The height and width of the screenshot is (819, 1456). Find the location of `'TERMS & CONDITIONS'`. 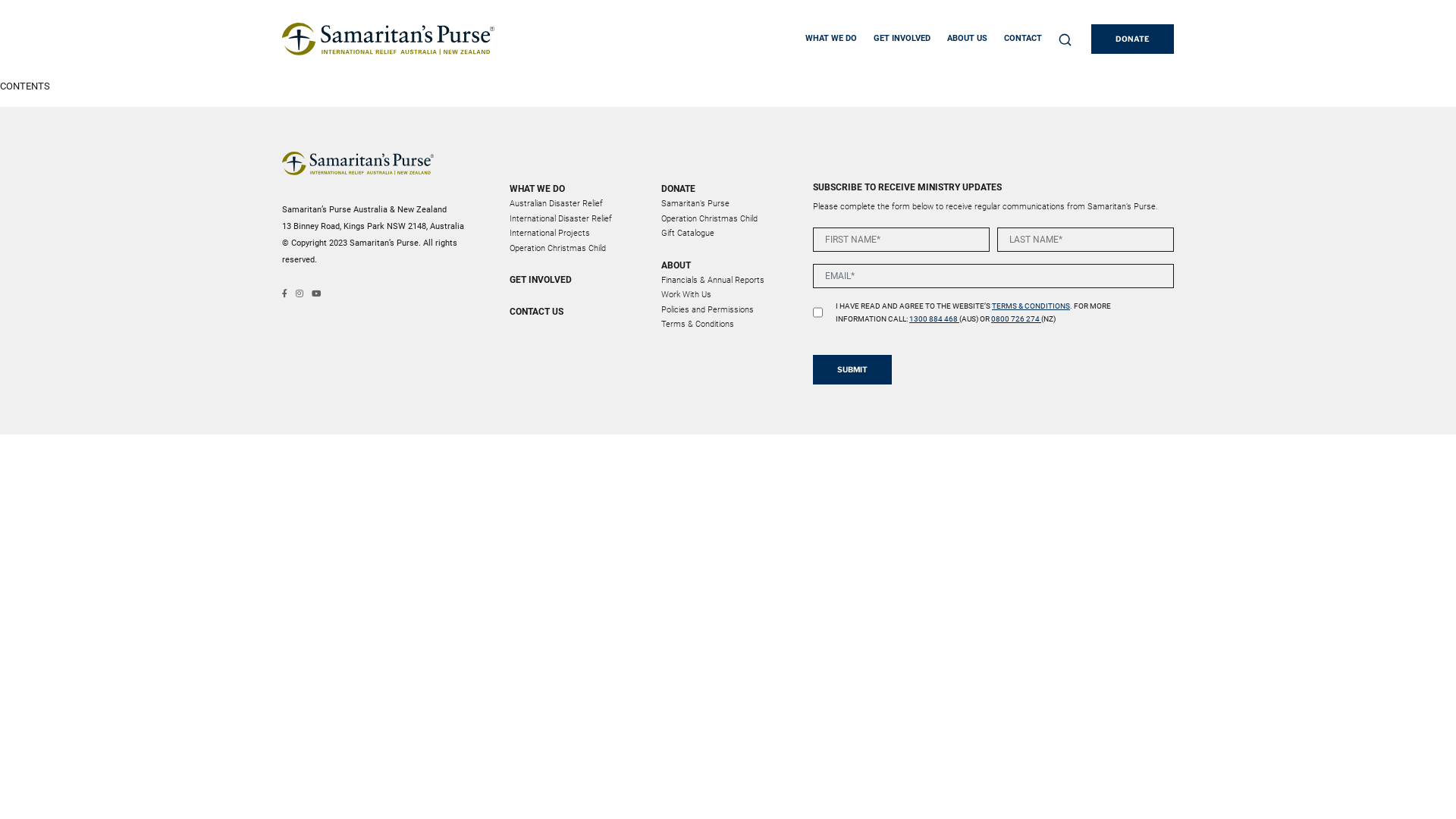

'TERMS & CONDITIONS' is located at coordinates (992, 306).